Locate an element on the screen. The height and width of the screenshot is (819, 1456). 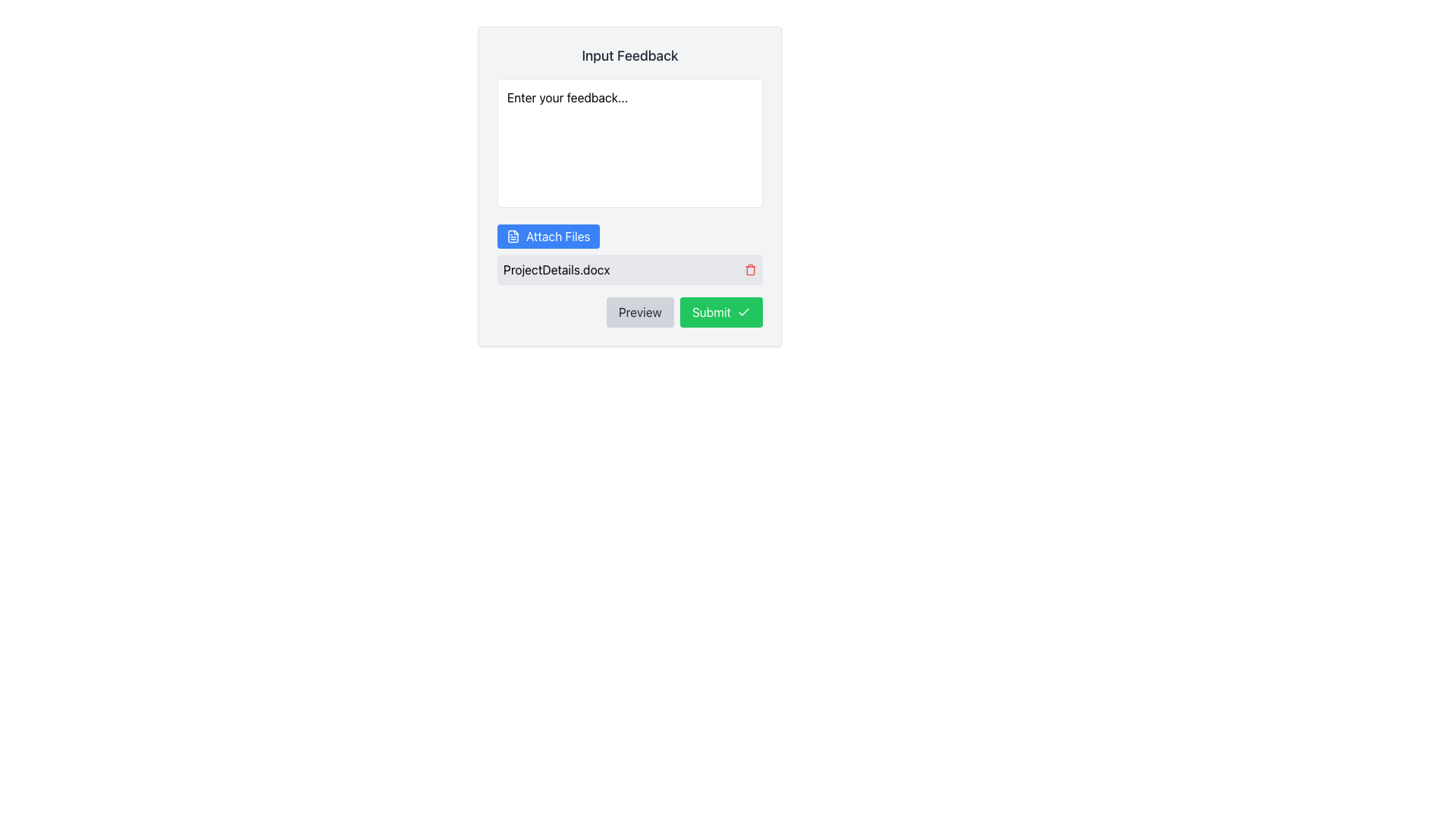
the checkmark icon located to the right of the 'Submit' button within the green rectangular button at the bottom right of the feedback input form is located at coordinates (743, 312).